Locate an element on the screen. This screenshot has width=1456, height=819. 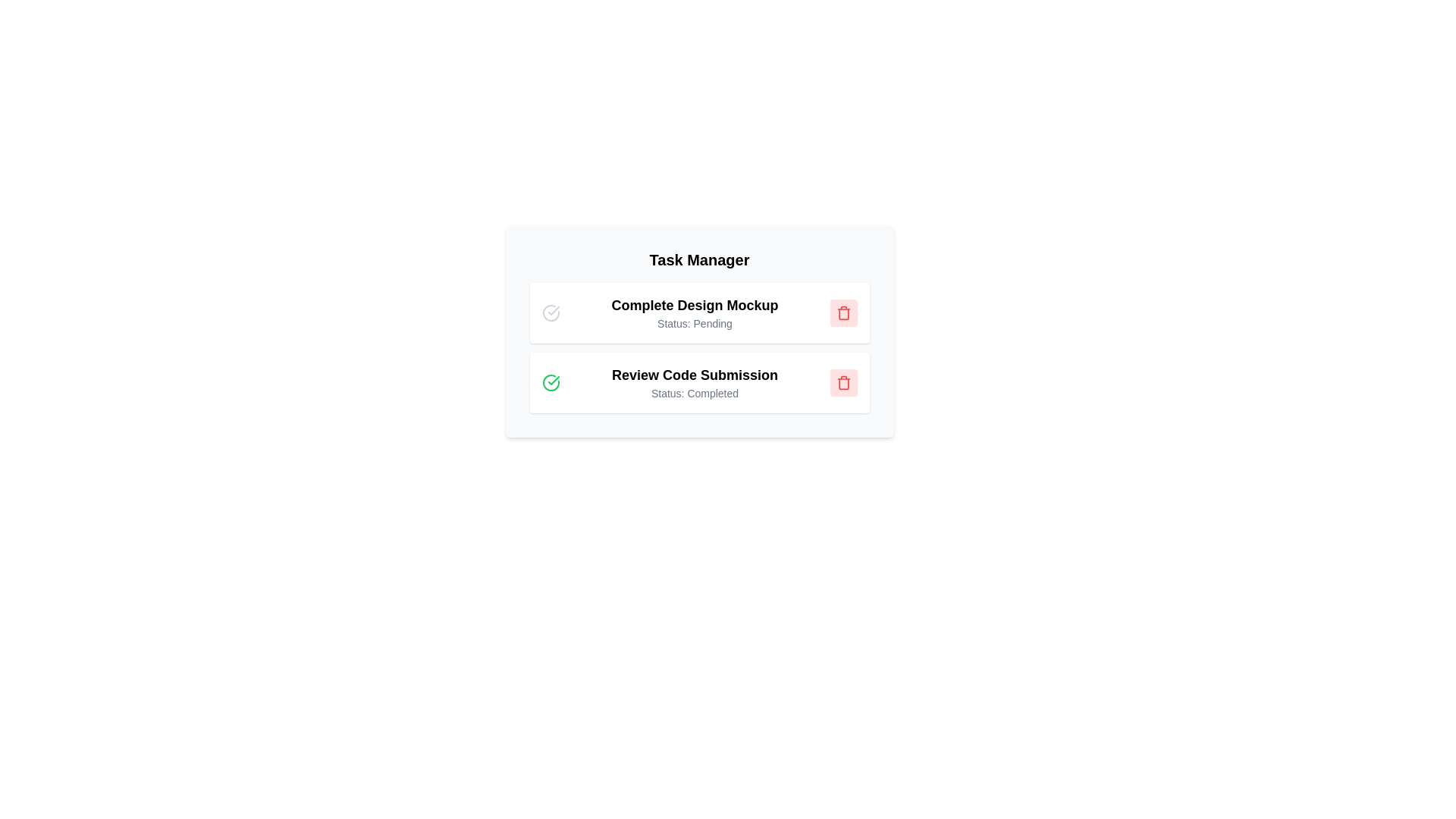
delete button for the task titled 'Review Code Submission' is located at coordinates (843, 382).